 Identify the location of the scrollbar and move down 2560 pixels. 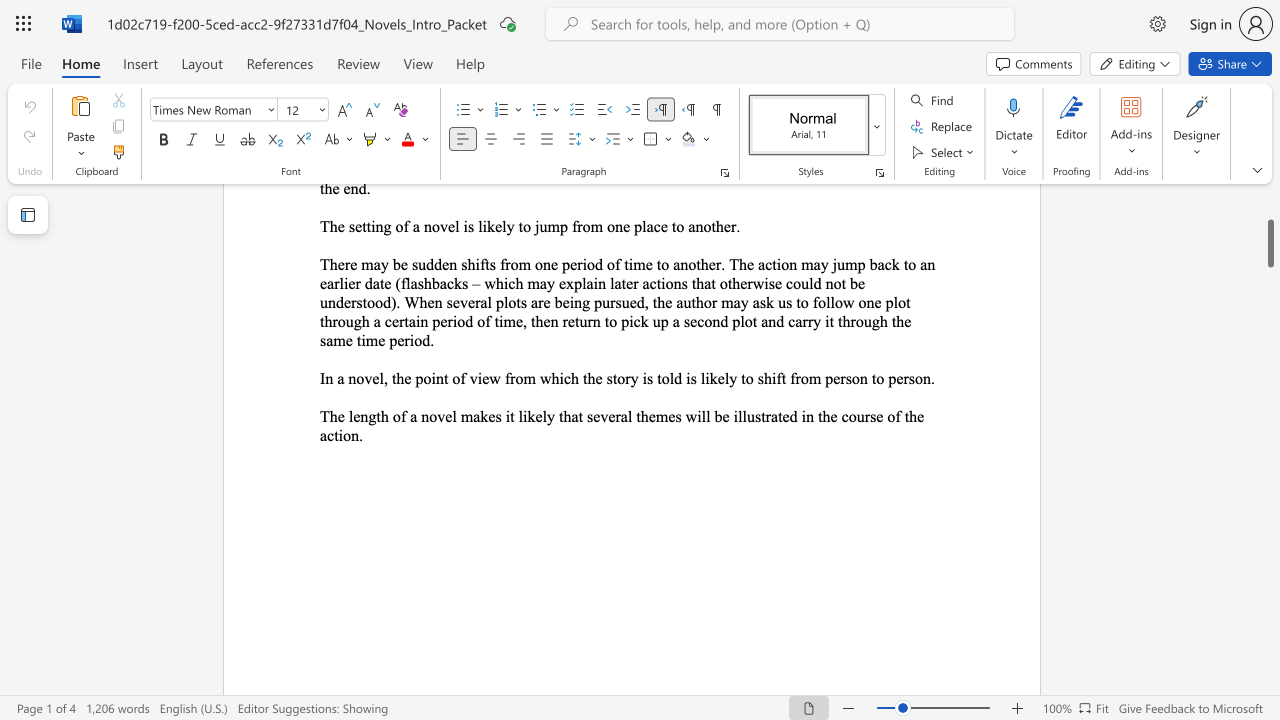
(1269, 243).